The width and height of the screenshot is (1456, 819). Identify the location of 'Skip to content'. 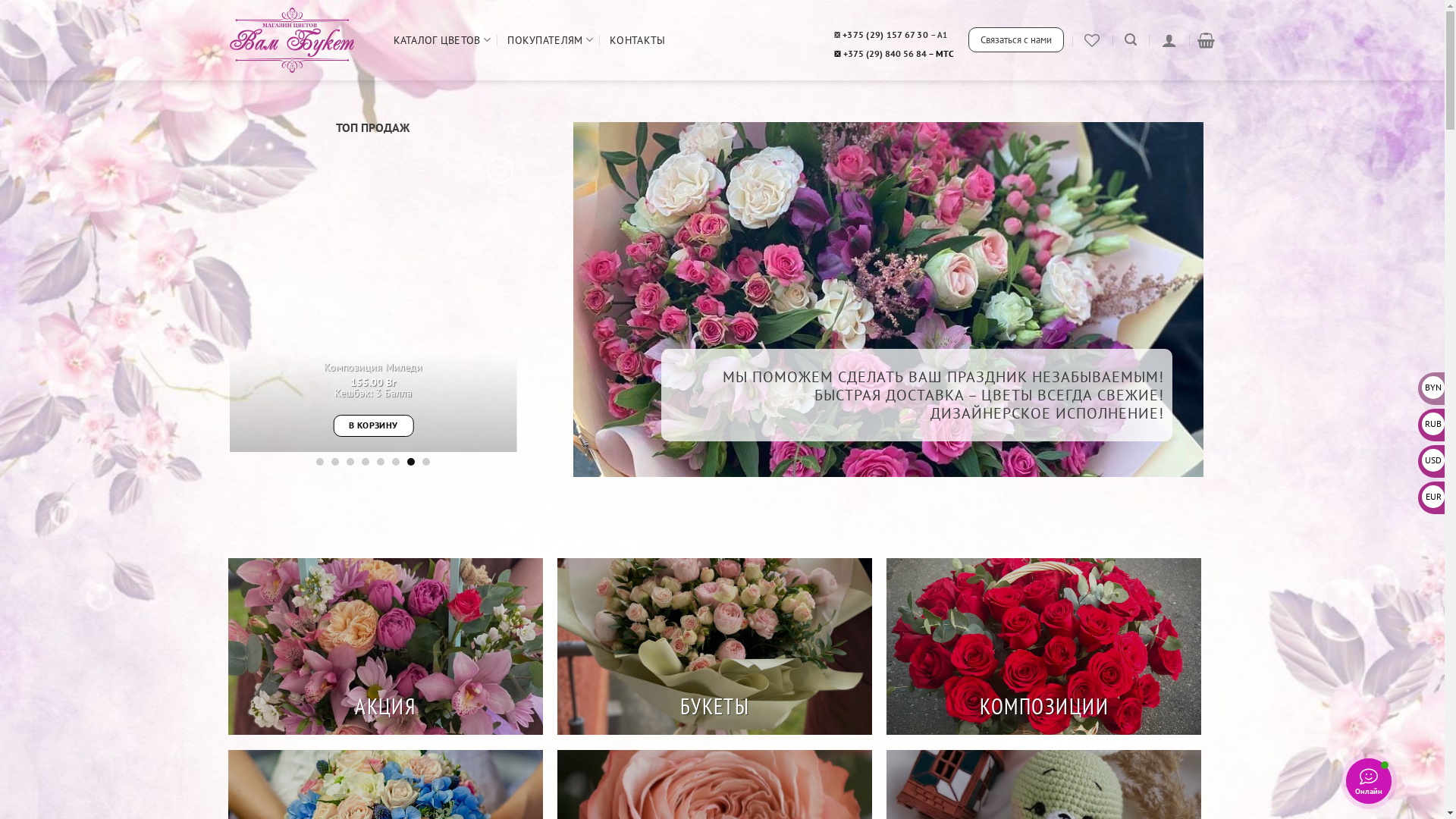
(0, 0).